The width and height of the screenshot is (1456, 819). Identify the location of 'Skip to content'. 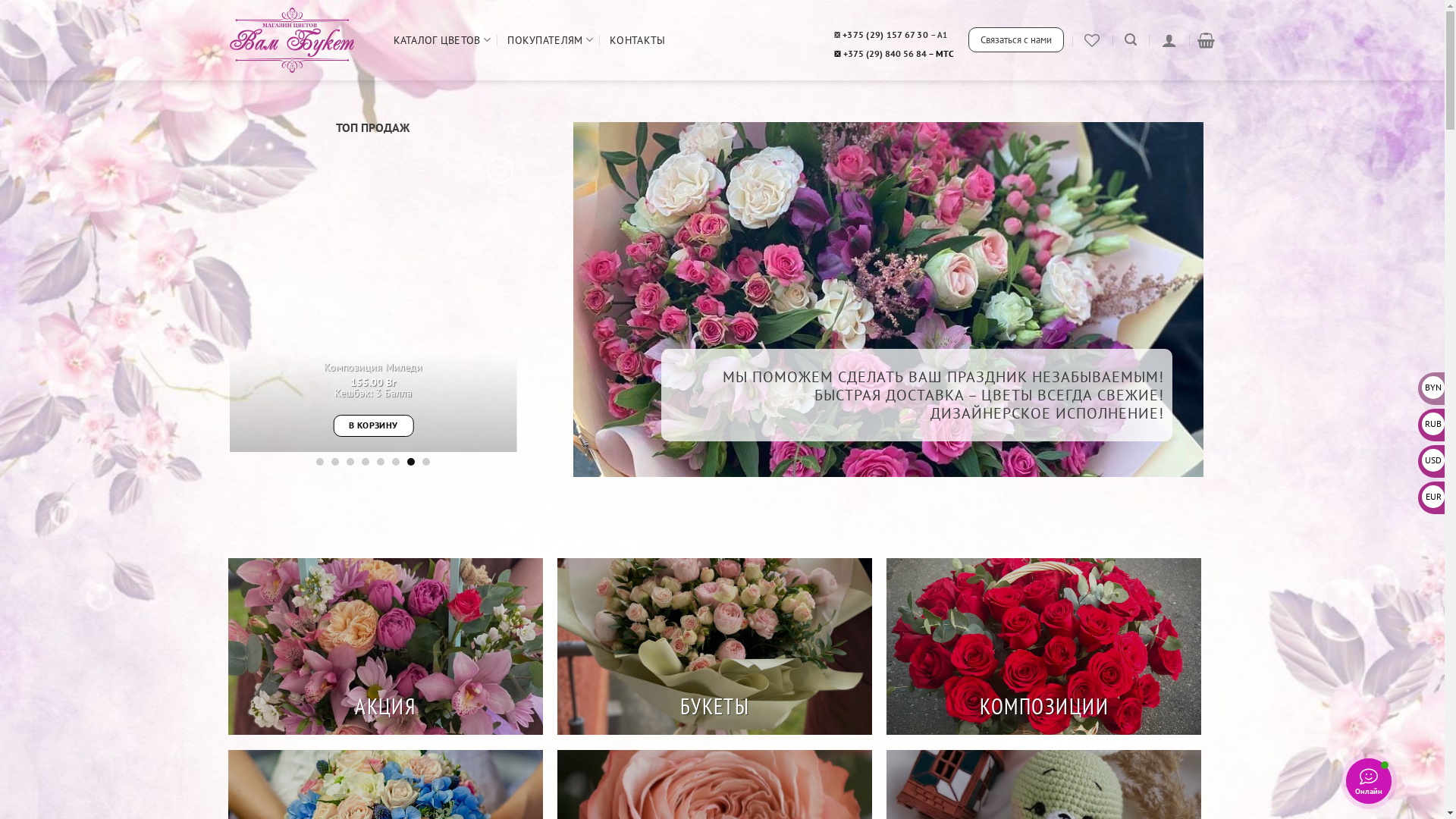
(0, 0).